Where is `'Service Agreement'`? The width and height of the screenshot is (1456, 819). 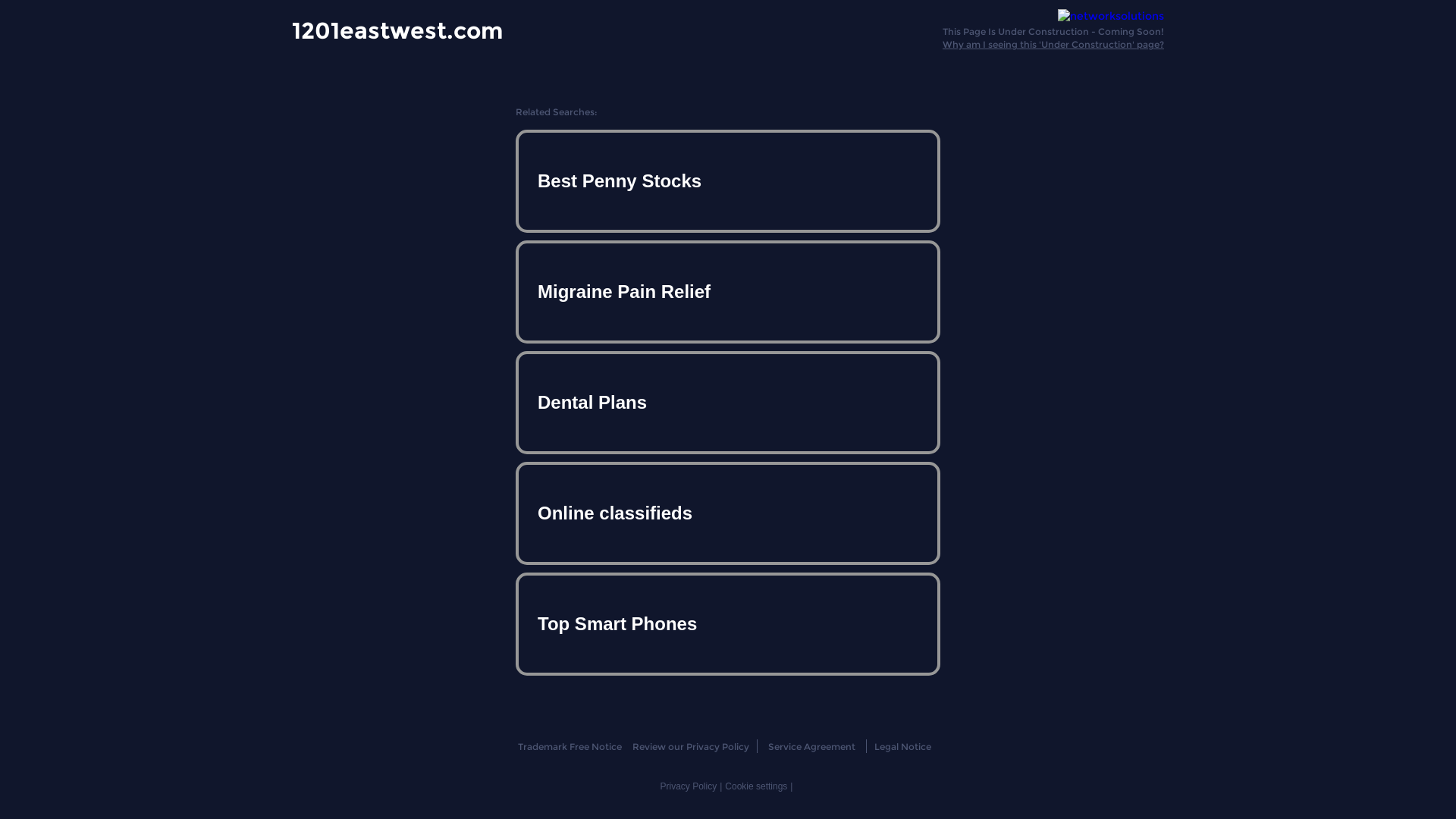 'Service Agreement' is located at coordinates (810, 745).